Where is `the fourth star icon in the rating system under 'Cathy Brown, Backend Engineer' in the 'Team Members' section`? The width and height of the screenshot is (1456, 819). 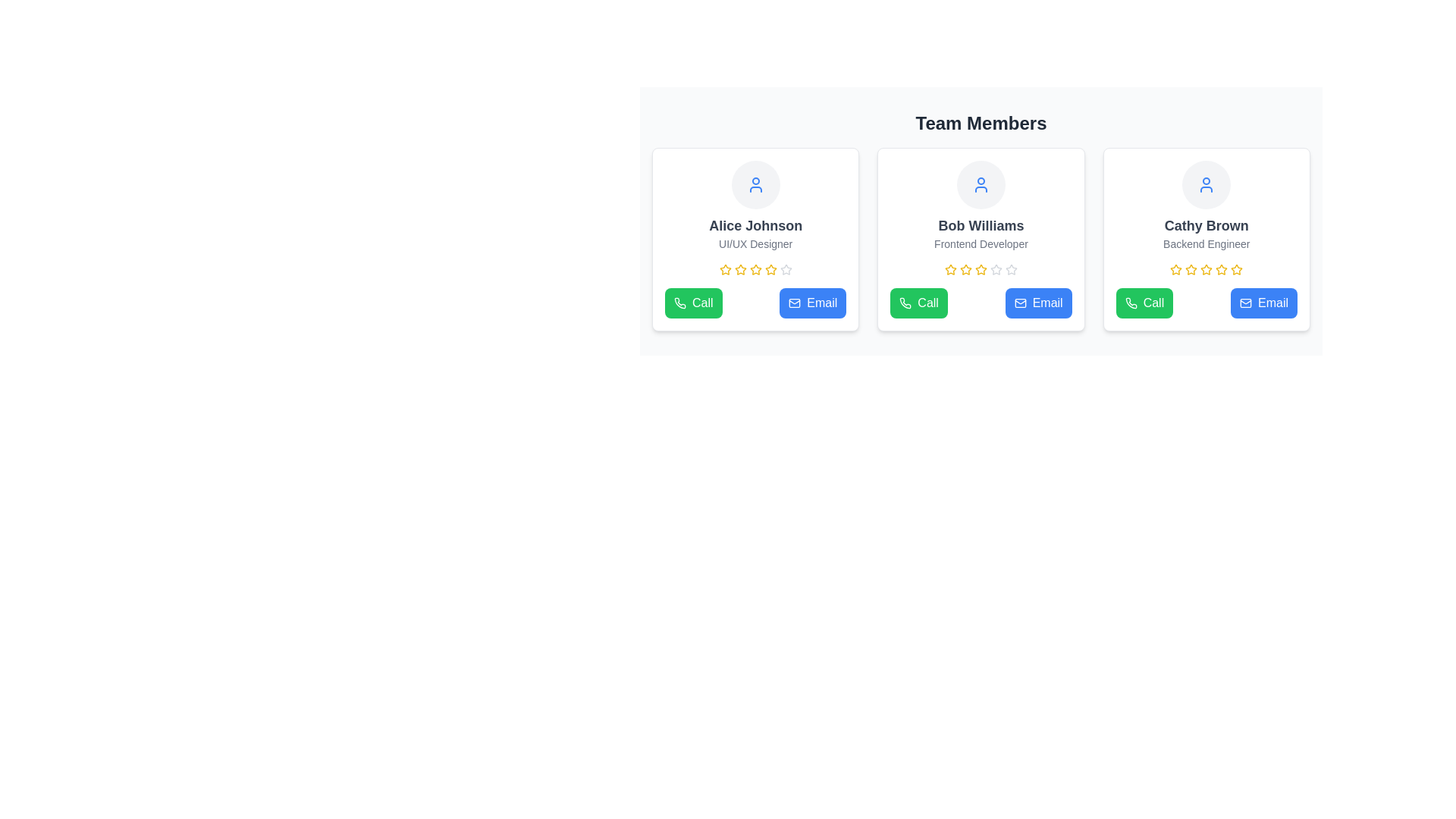
the fourth star icon in the rating system under 'Cathy Brown, Backend Engineer' in the 'Team Members' section is located at coordinates (1222, 268).